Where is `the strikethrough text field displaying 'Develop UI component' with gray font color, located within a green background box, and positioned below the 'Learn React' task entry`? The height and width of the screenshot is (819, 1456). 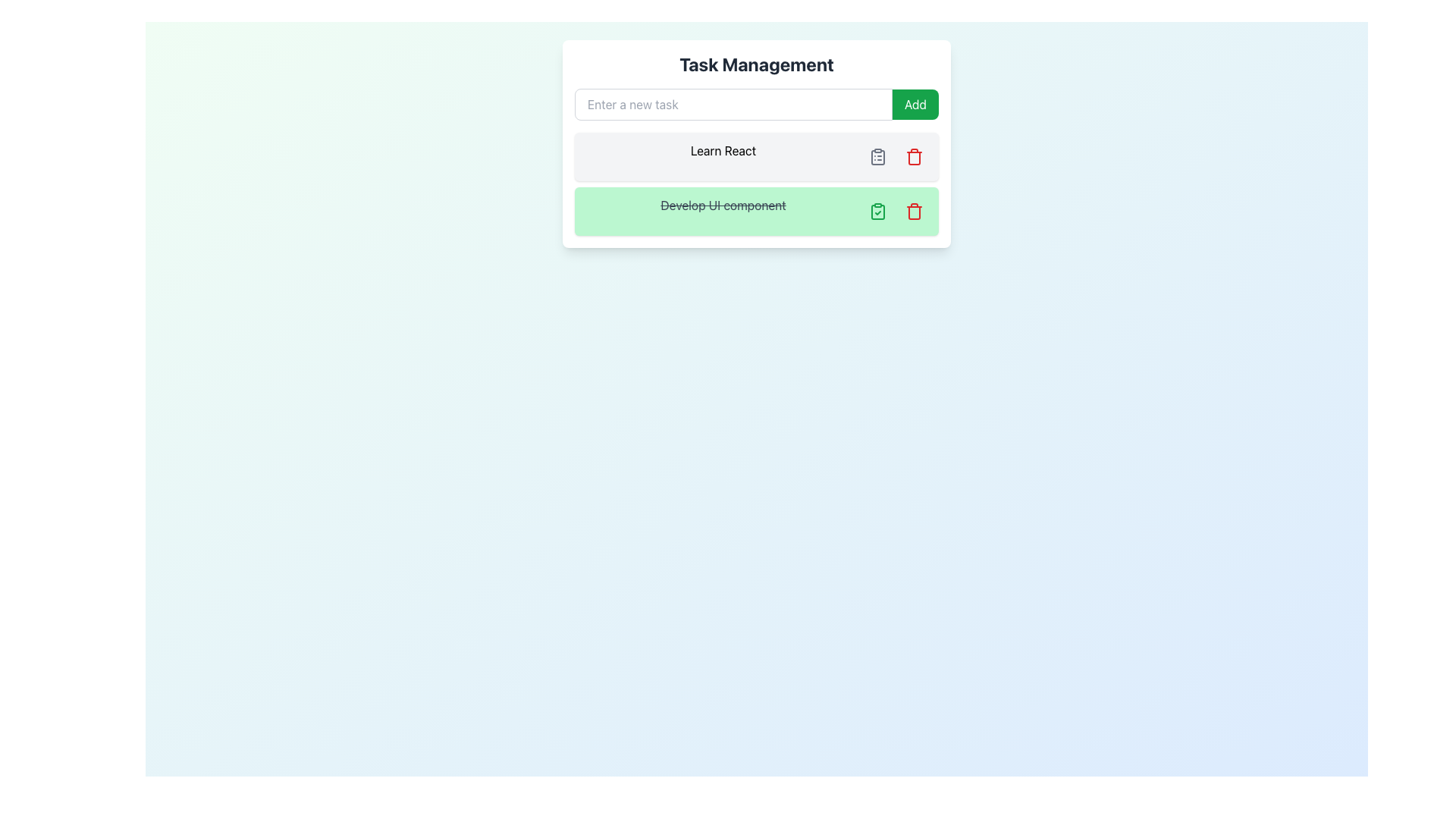
the strikethrough text field displaying 'Develop UI component' with gray font color, located within a green background box, and positioned below the 'Learn React' task entry is located at coordinates (723, 211).